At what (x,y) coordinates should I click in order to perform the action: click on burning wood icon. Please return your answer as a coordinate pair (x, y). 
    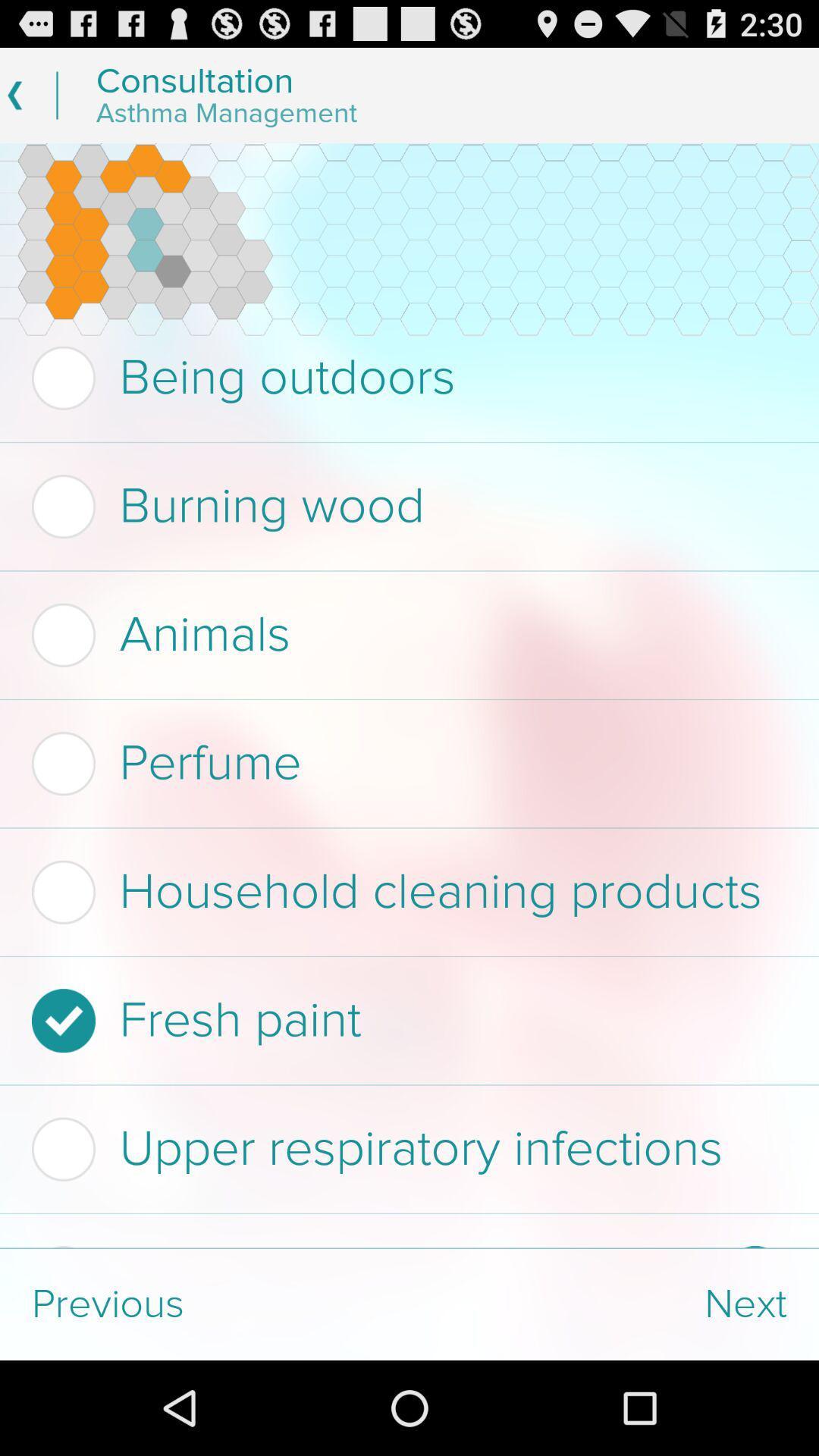
    Looking at the image, I should click on (404, 507).